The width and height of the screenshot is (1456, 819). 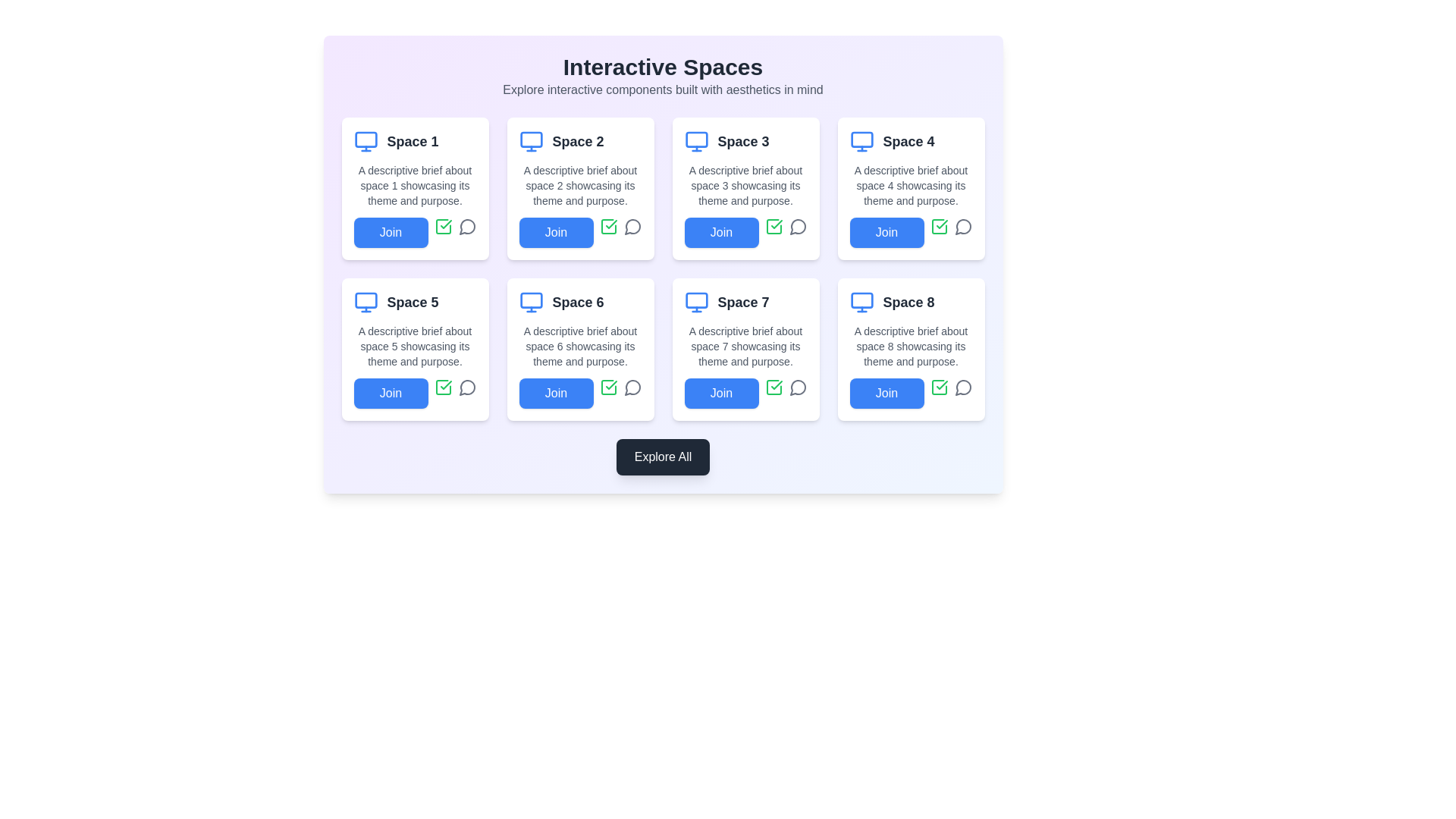 I want to click on the button that initiates the interaction for 'joining Space 3', located on the third card in the first row under 'Interactive Spaces', so click(x=720, y=233).